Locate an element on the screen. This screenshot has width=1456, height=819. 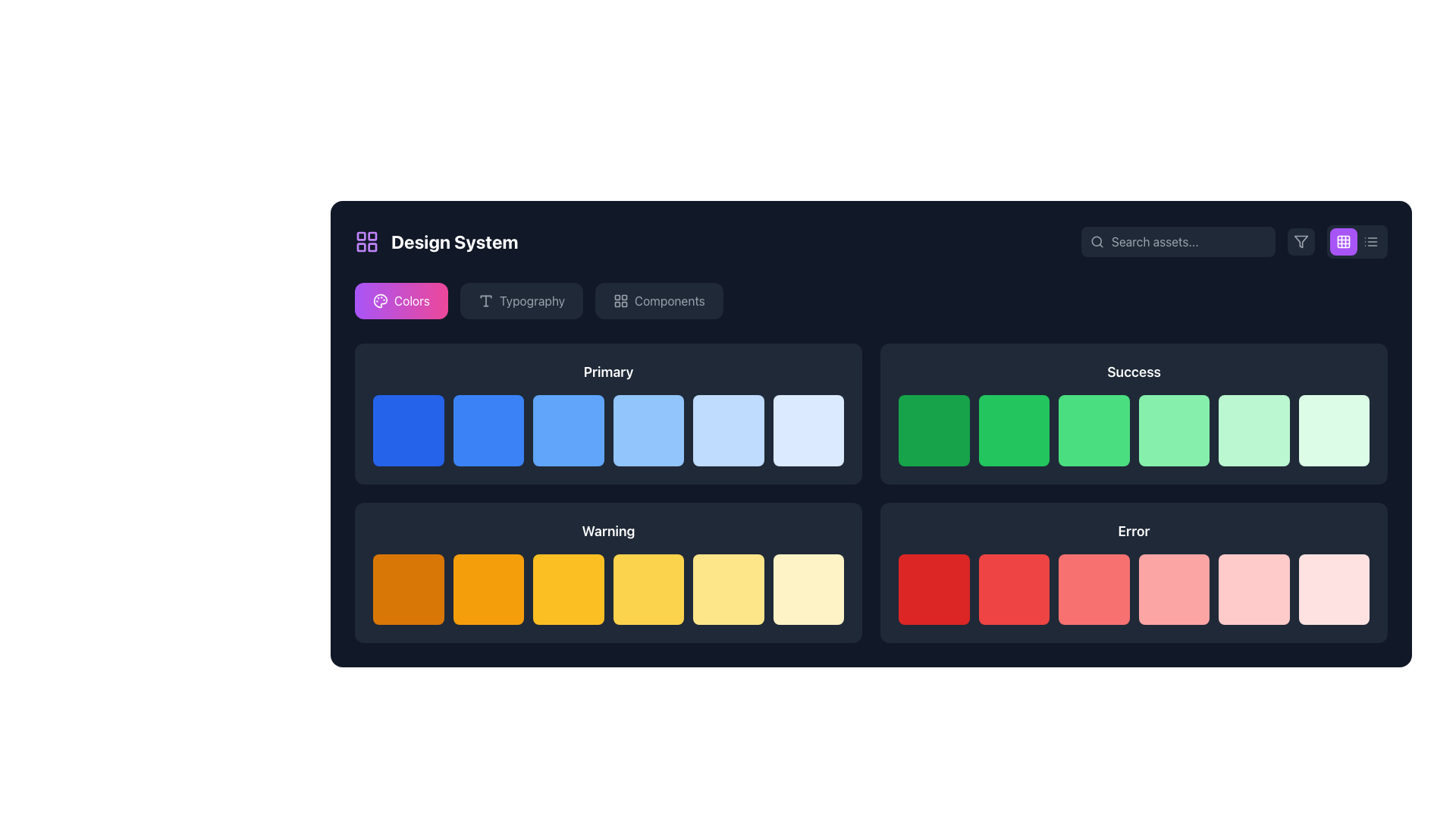
the text label that displays 'Success' in a bold, white font, styled prominently against a dark background, located in the top-right section of the interface is located at coordinates (1134, 372).